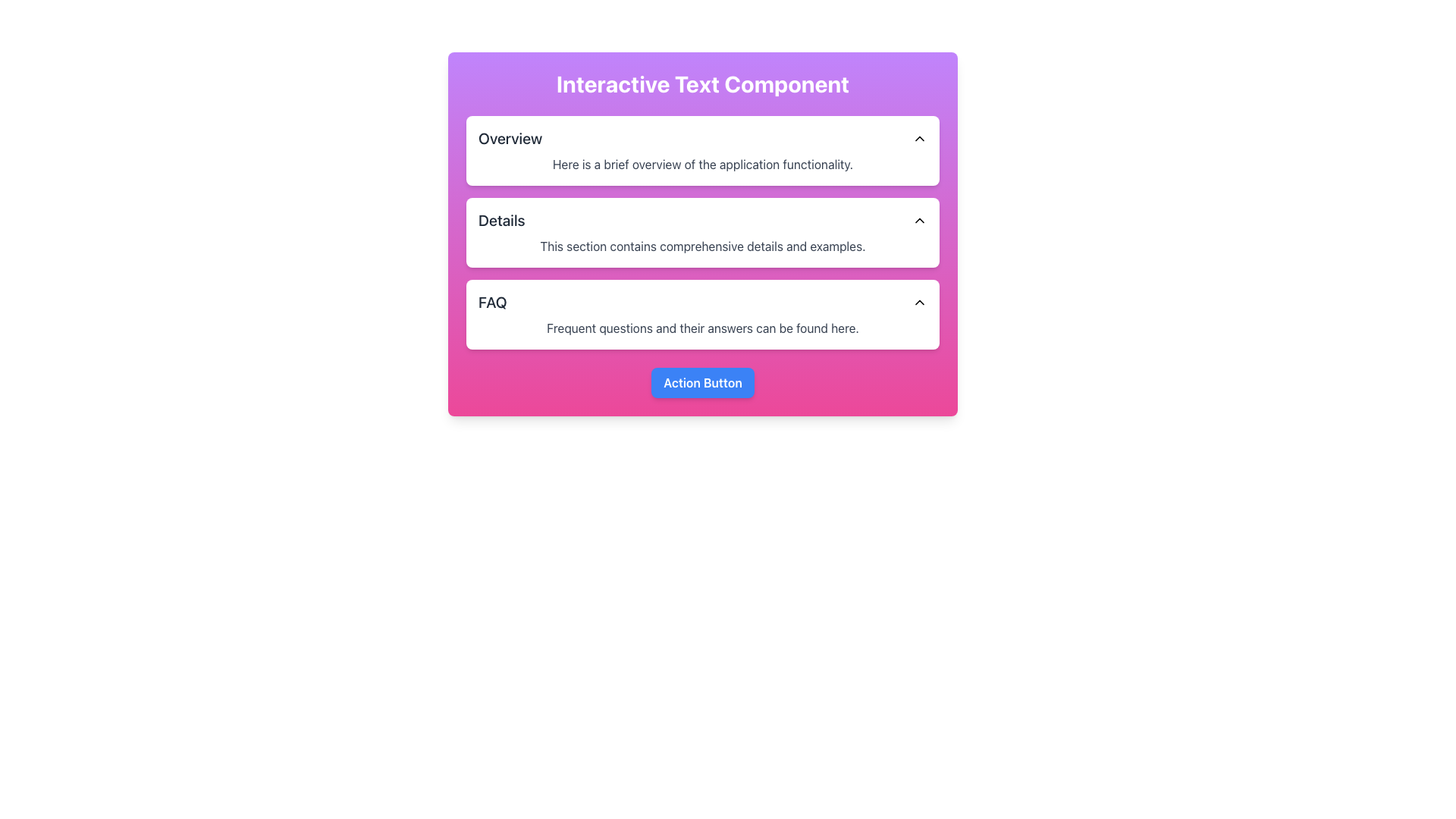 This screenshot has width=1456, height=819. What do you see at coordinates (701, 151) in the screenshot?
I see `displayed information in the Expandable Panel titled 'Overview', which includes a subtitle about the application functionality` at bounding box center [701, 151].